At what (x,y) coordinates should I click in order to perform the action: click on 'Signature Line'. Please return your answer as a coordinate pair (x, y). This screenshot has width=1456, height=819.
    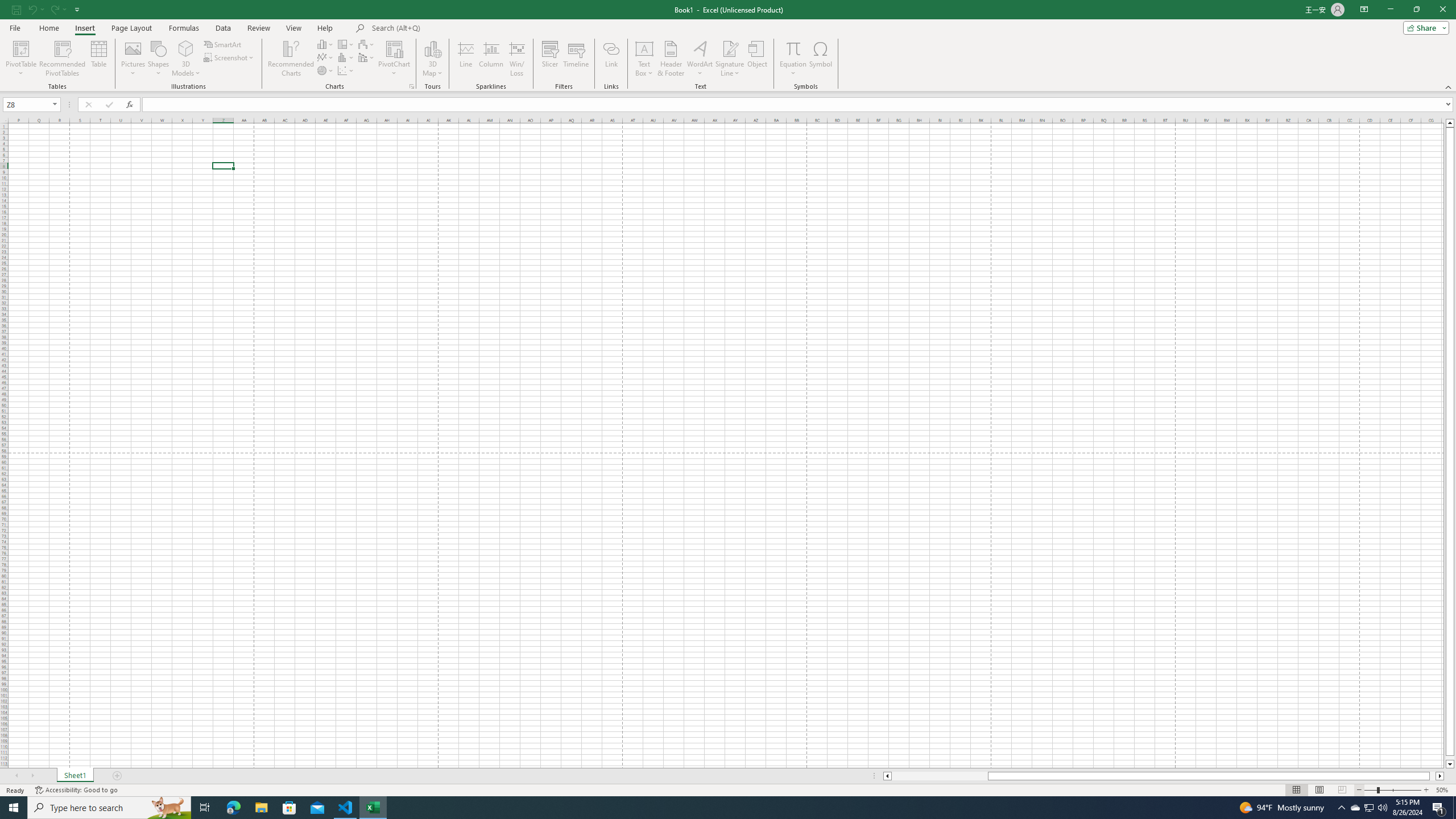
    Looking at the image, I should click on (730, 59).